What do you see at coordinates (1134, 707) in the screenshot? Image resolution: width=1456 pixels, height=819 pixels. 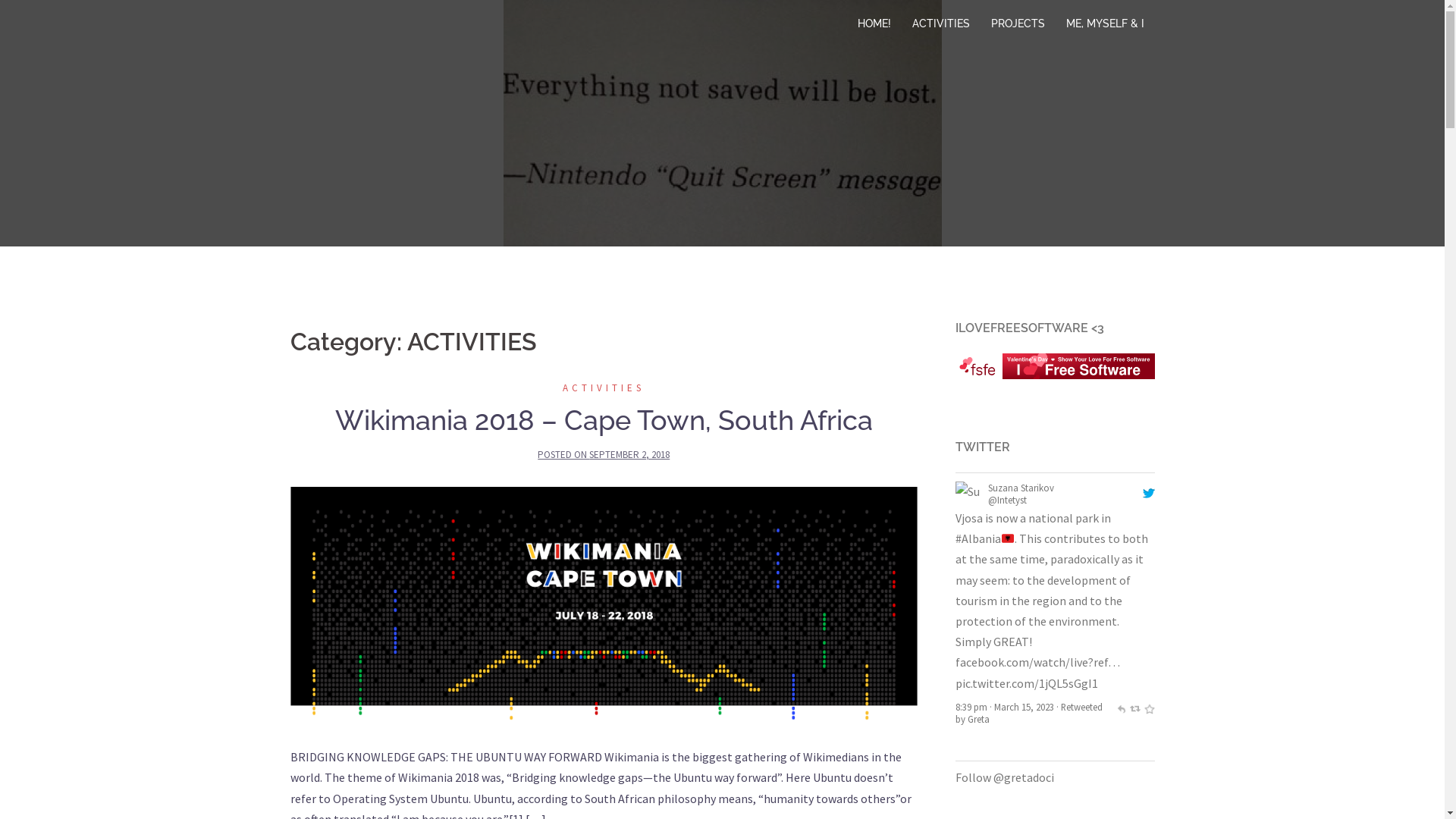 I see `'retweet'` at bounding box center [1134, 707].